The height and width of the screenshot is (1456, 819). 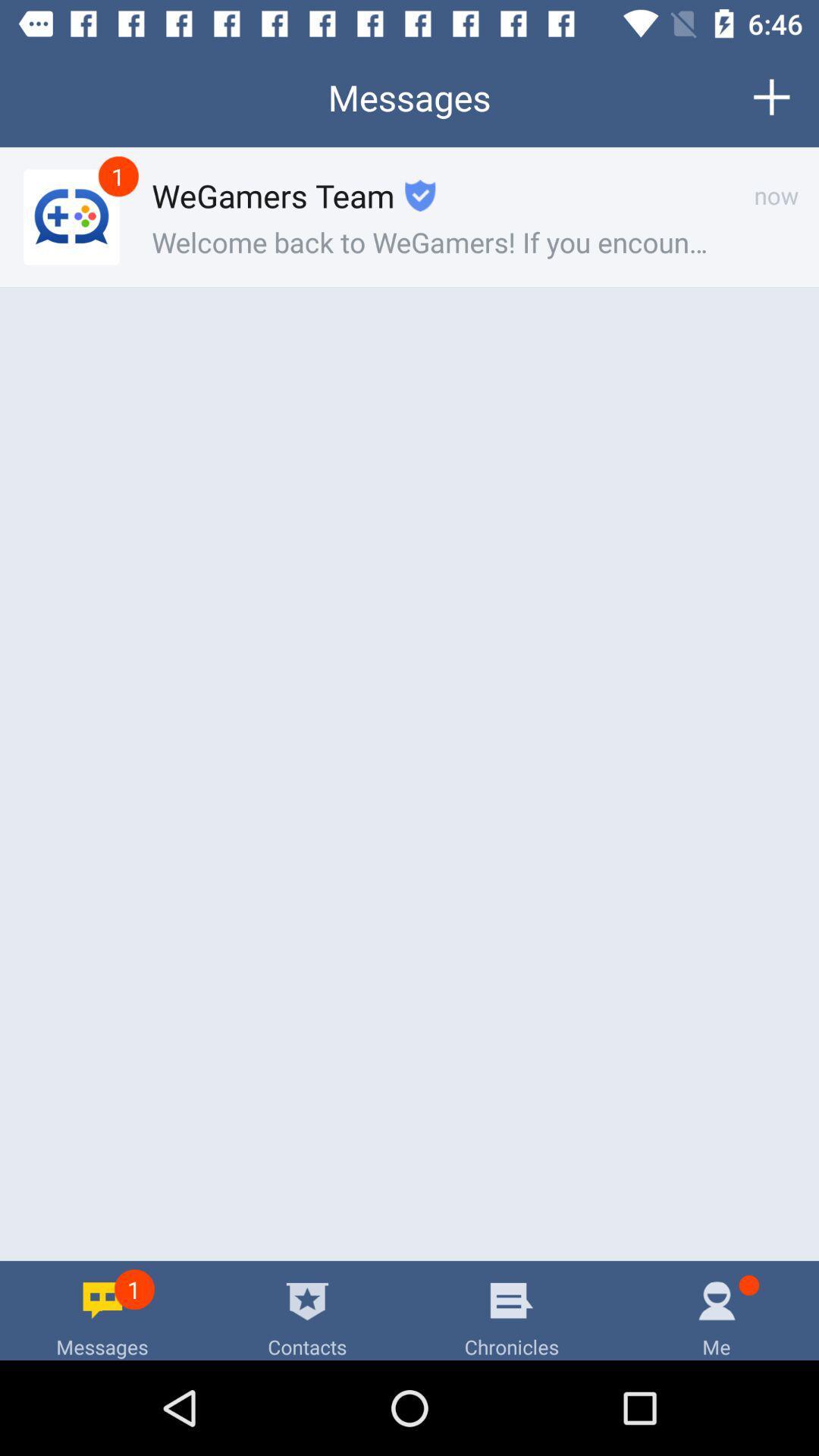 I want to click on the button on the top right corner of the web page, so click(x=771, y=96).